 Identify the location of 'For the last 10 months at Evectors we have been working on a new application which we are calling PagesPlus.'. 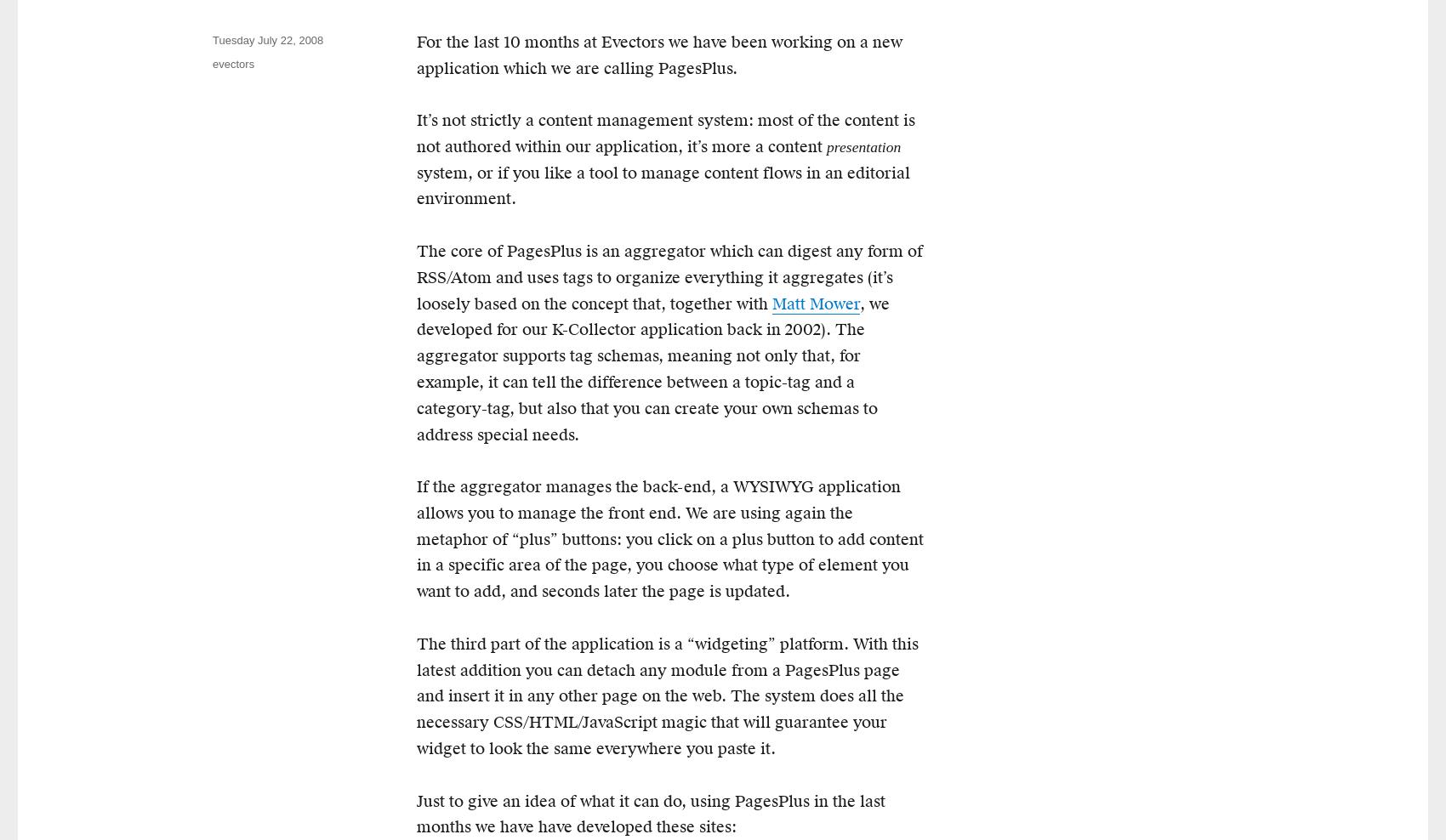
(658, 54).